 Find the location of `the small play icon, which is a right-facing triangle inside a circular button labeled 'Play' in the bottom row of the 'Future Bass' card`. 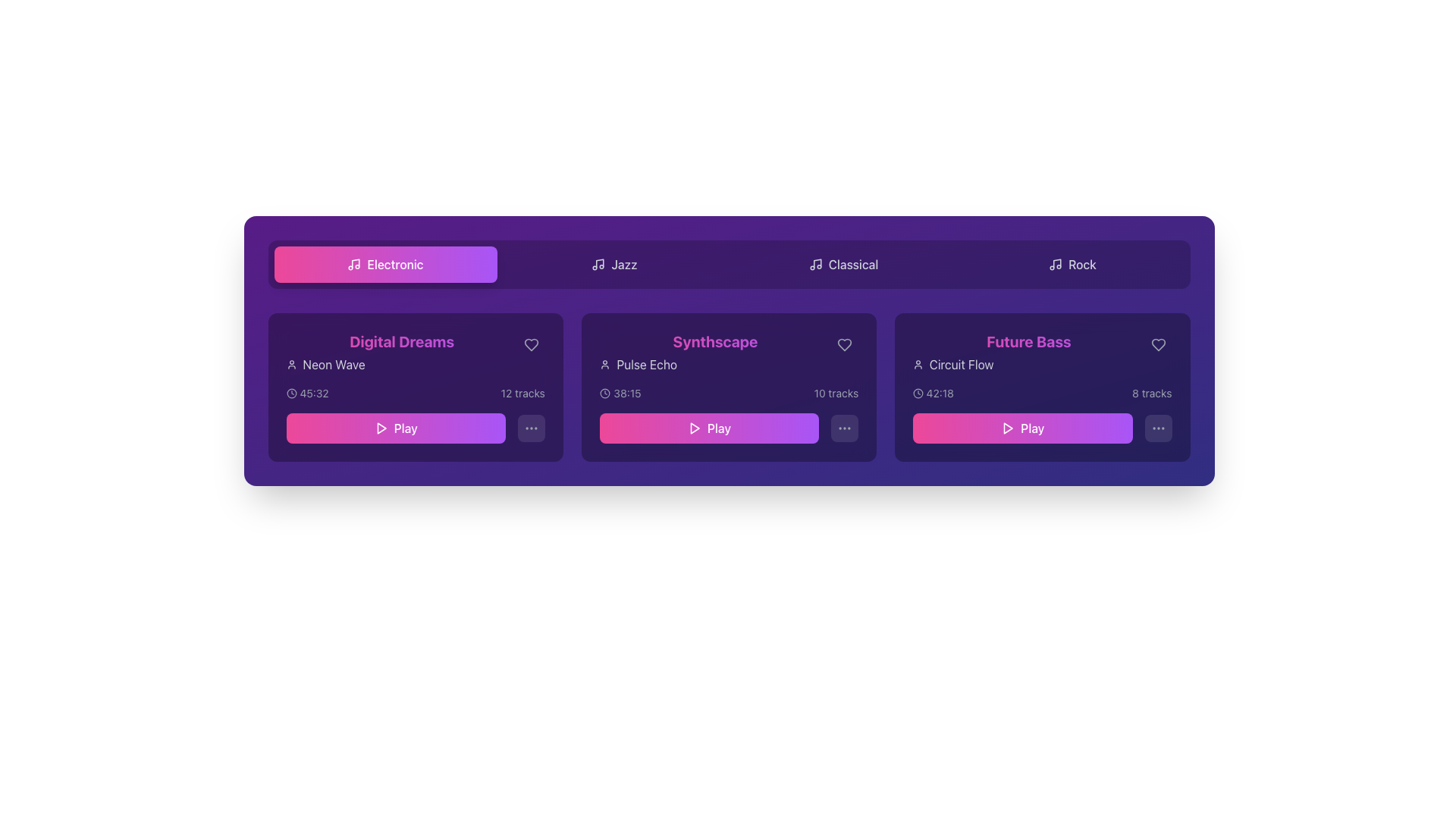

the small play icon, which is a right-facing triangle inside a circular button labeled 'Play' in the bottom row of the 'Future Bass' card is located at coordinates (1008, 428).